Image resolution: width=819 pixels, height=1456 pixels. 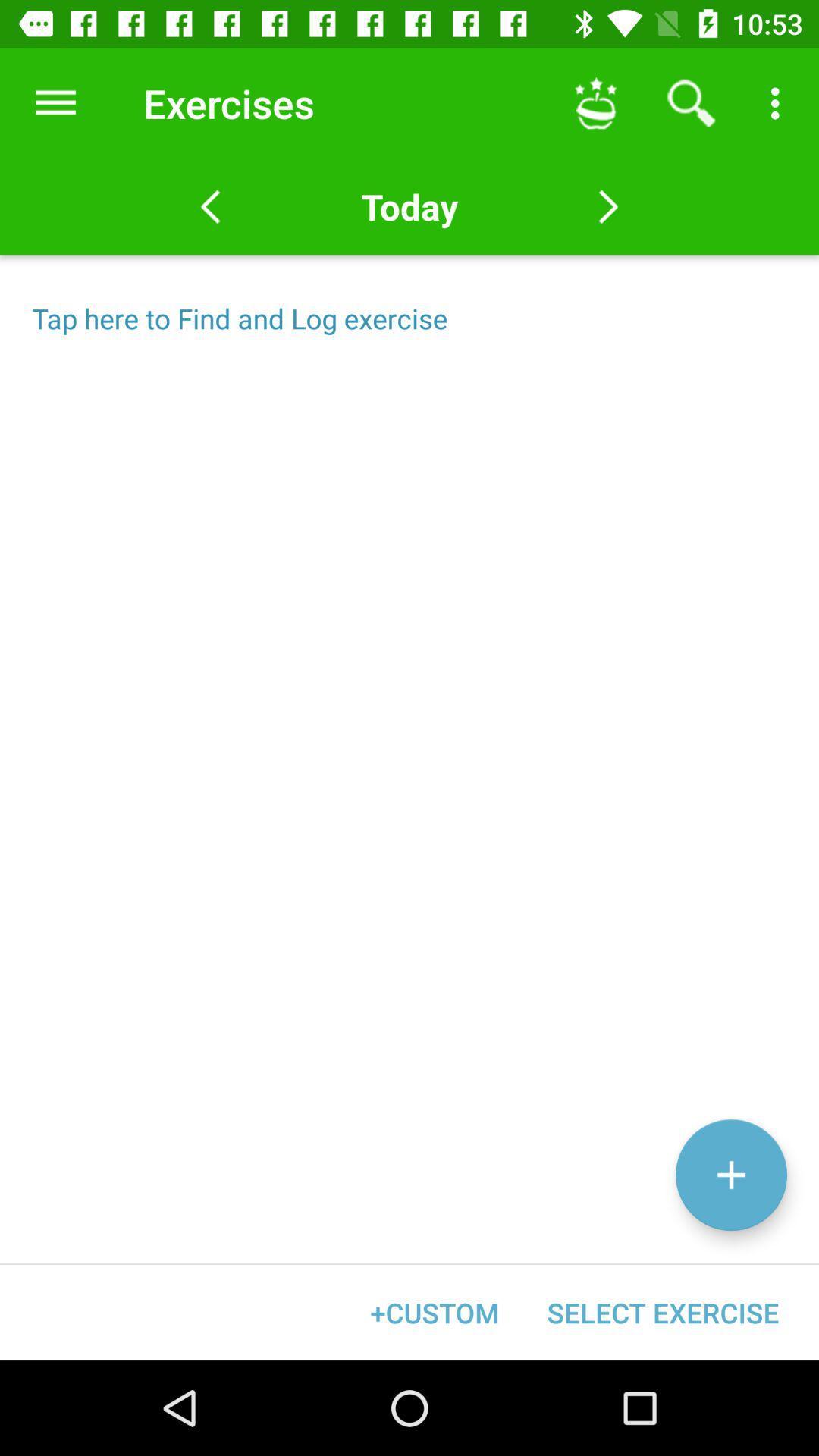 I want to click on next day, so click(x=607, y=206).